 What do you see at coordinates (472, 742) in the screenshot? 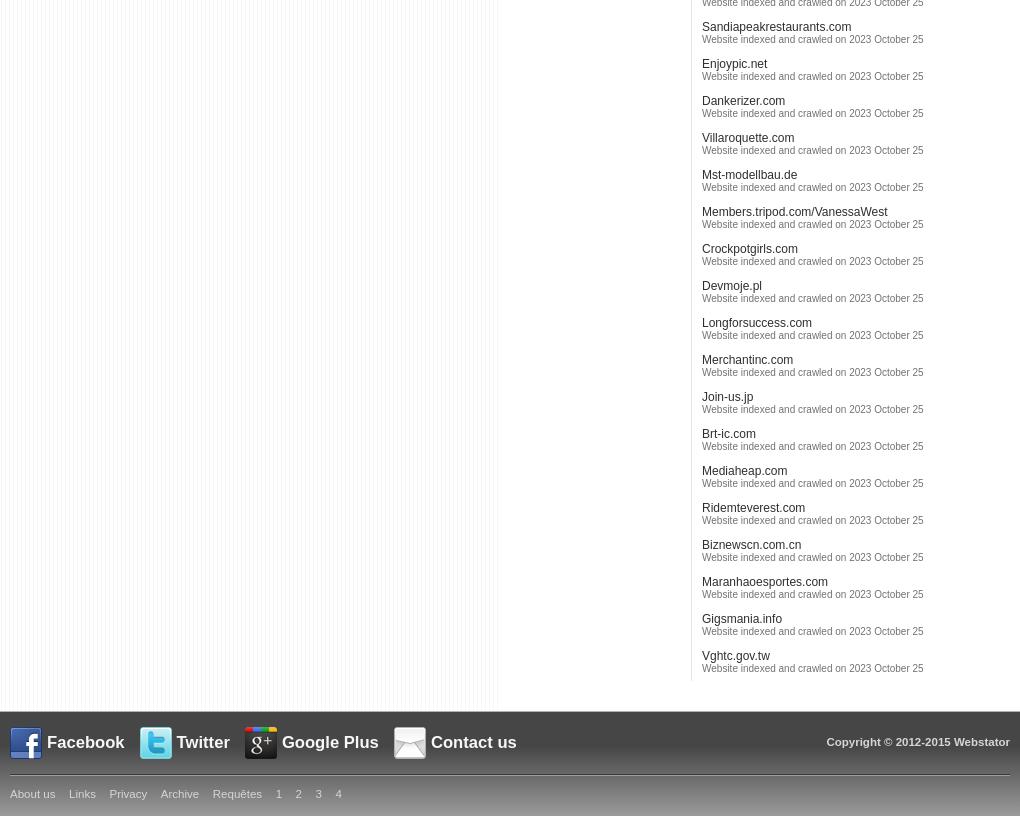
I see `'Contact us'` at bounding box center [472, 742].